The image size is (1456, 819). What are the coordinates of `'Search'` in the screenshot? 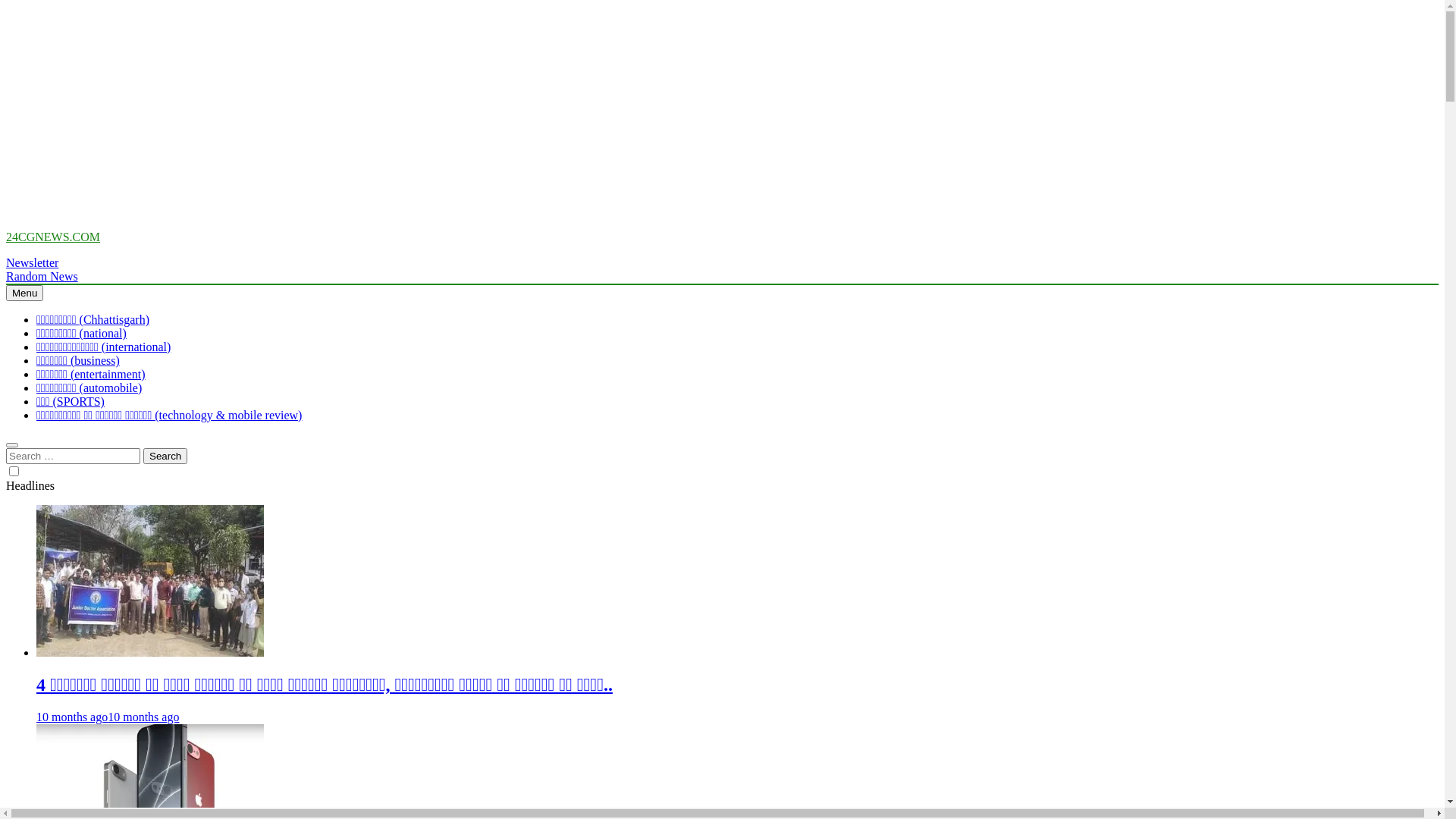 It's located at (165, 455).